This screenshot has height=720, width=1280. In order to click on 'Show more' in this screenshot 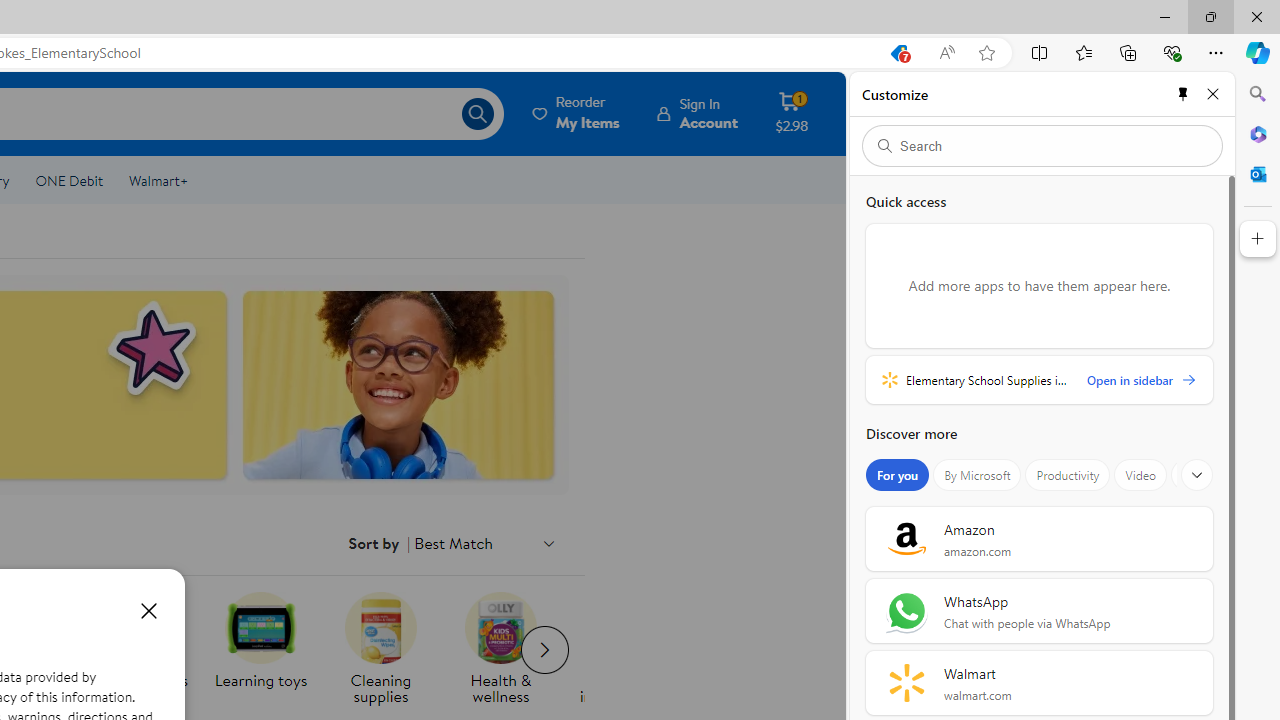, I will do `click(1197, 475)`.